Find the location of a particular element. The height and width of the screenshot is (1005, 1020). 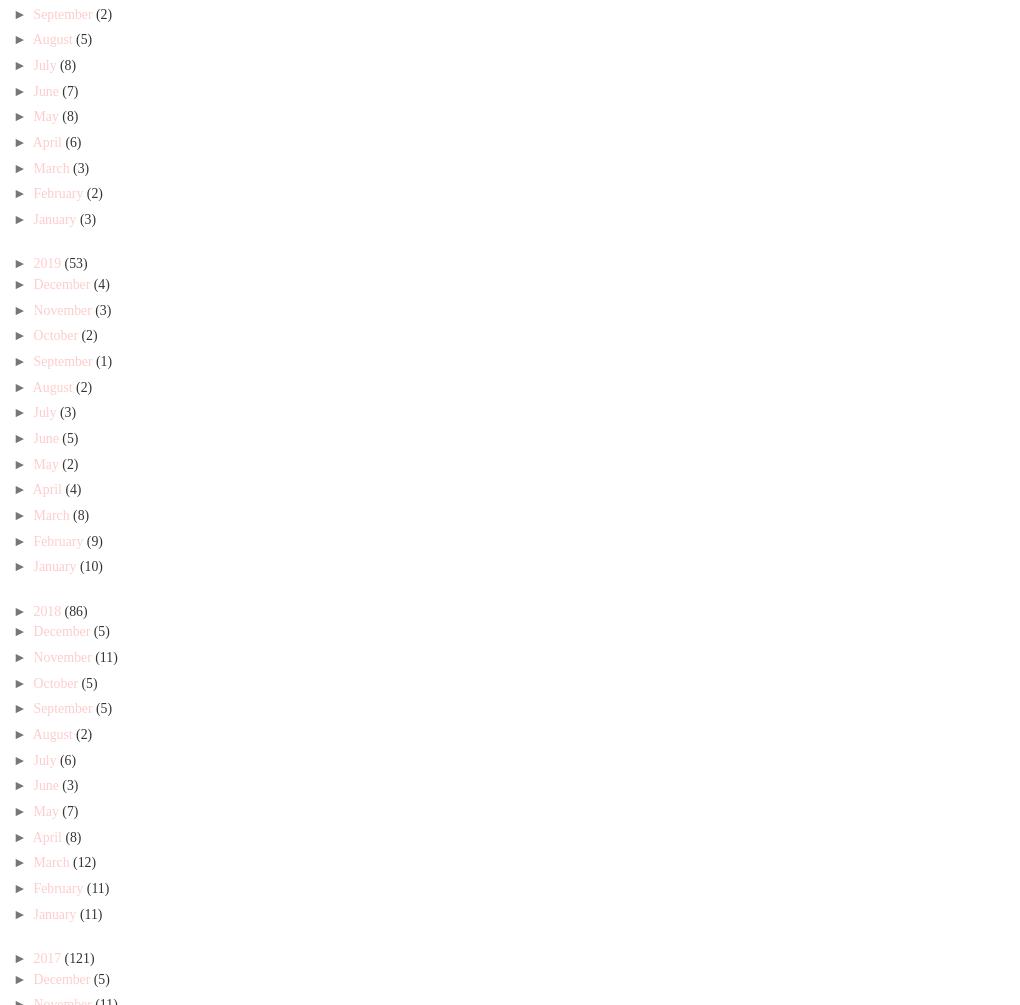

'2017' is located at coordinates (48, 956).